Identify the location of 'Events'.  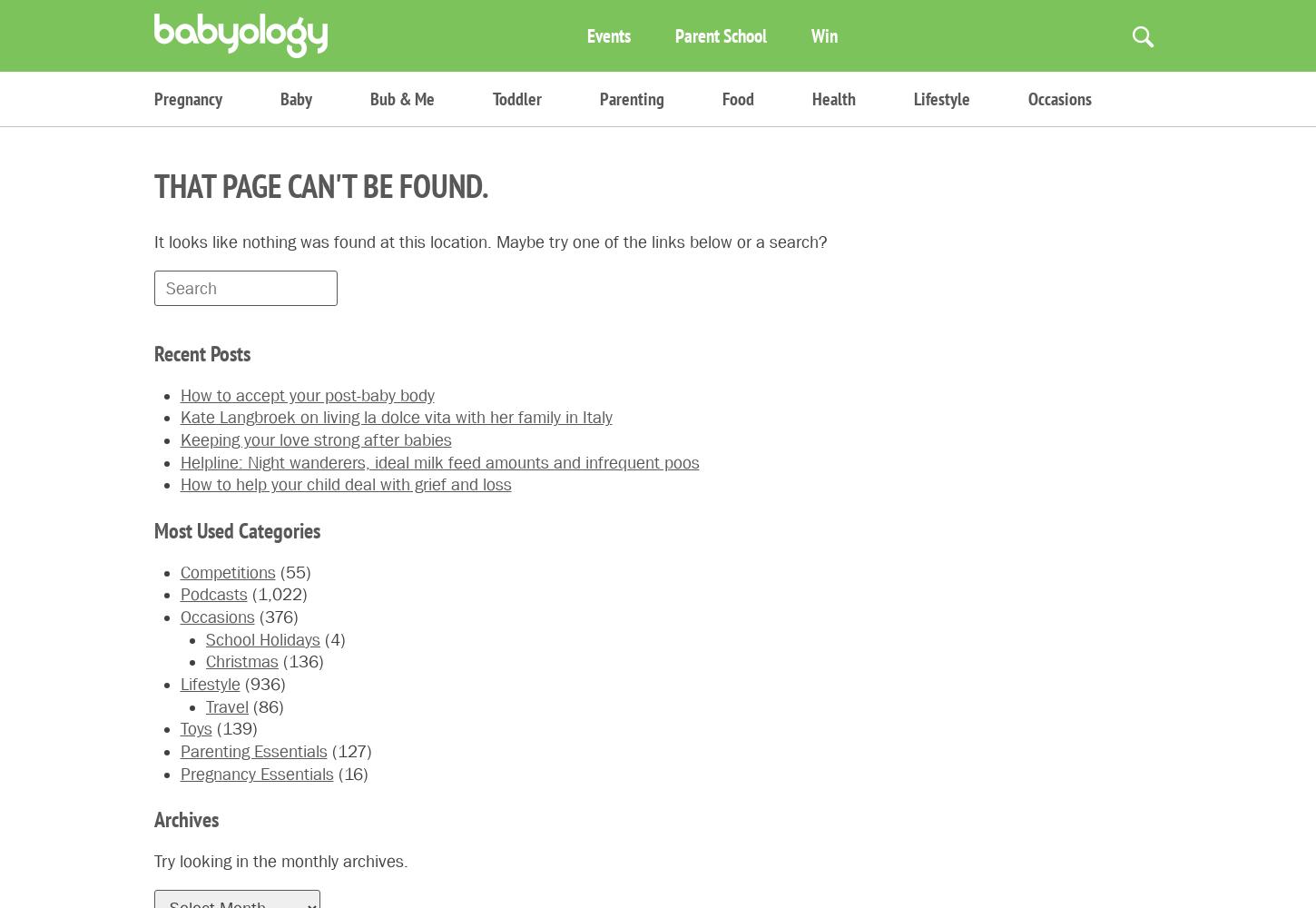
(608, 35).